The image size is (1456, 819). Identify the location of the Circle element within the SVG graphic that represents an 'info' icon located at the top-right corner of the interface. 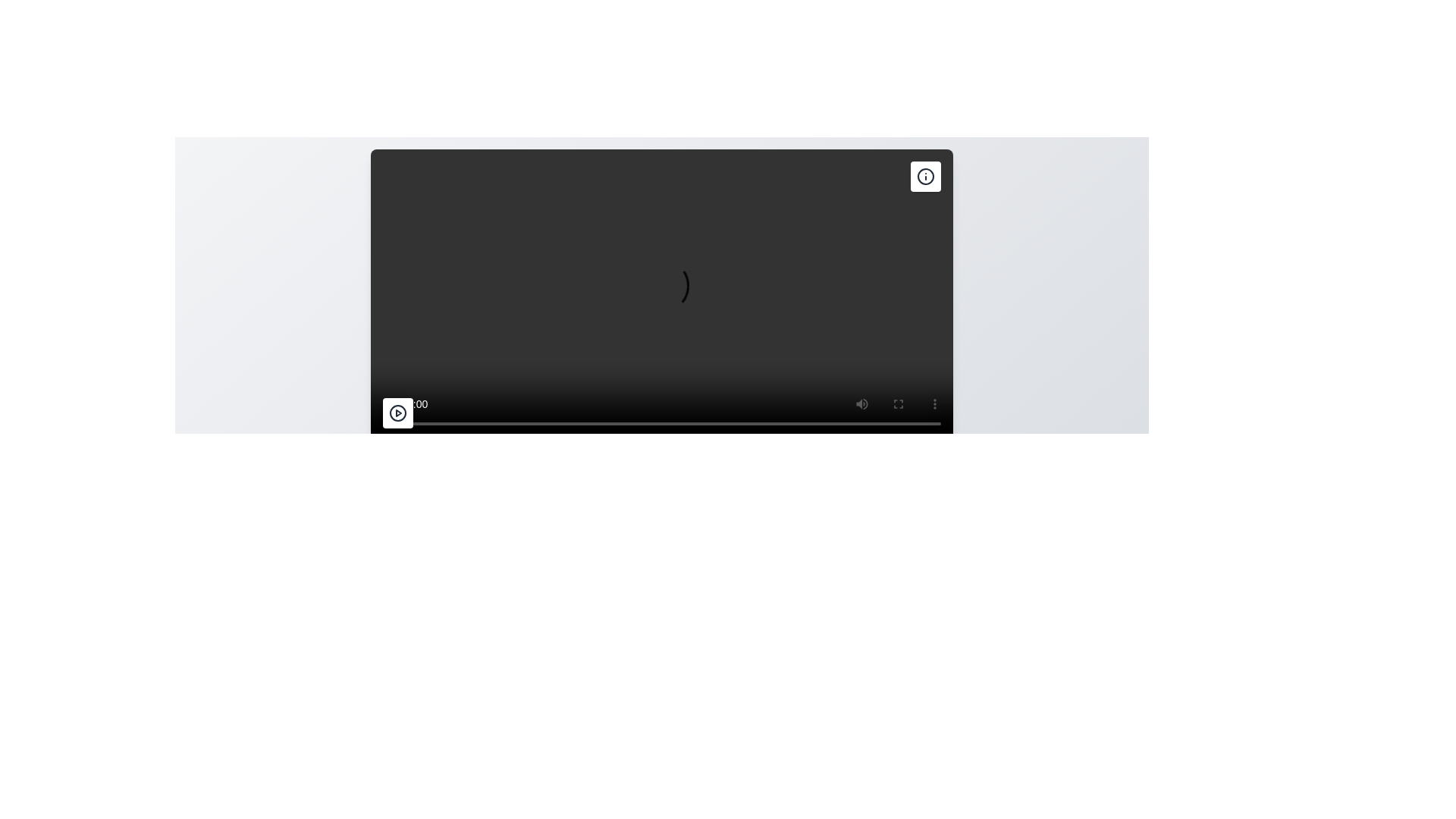
(924, 175).